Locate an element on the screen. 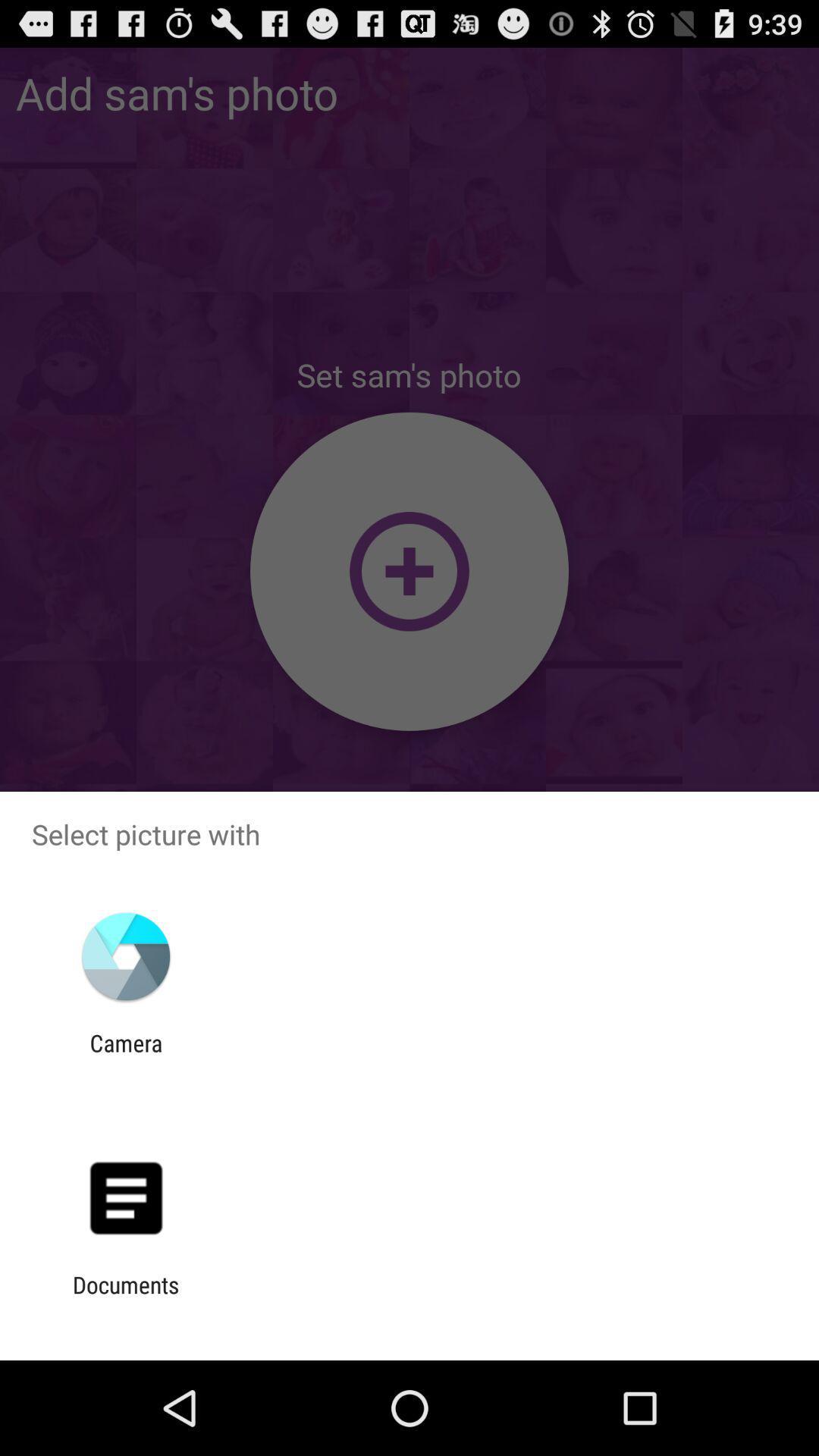 The height and width of the screenshot is (1456, 819). the camera icon is located at coordinates (125, 1056).